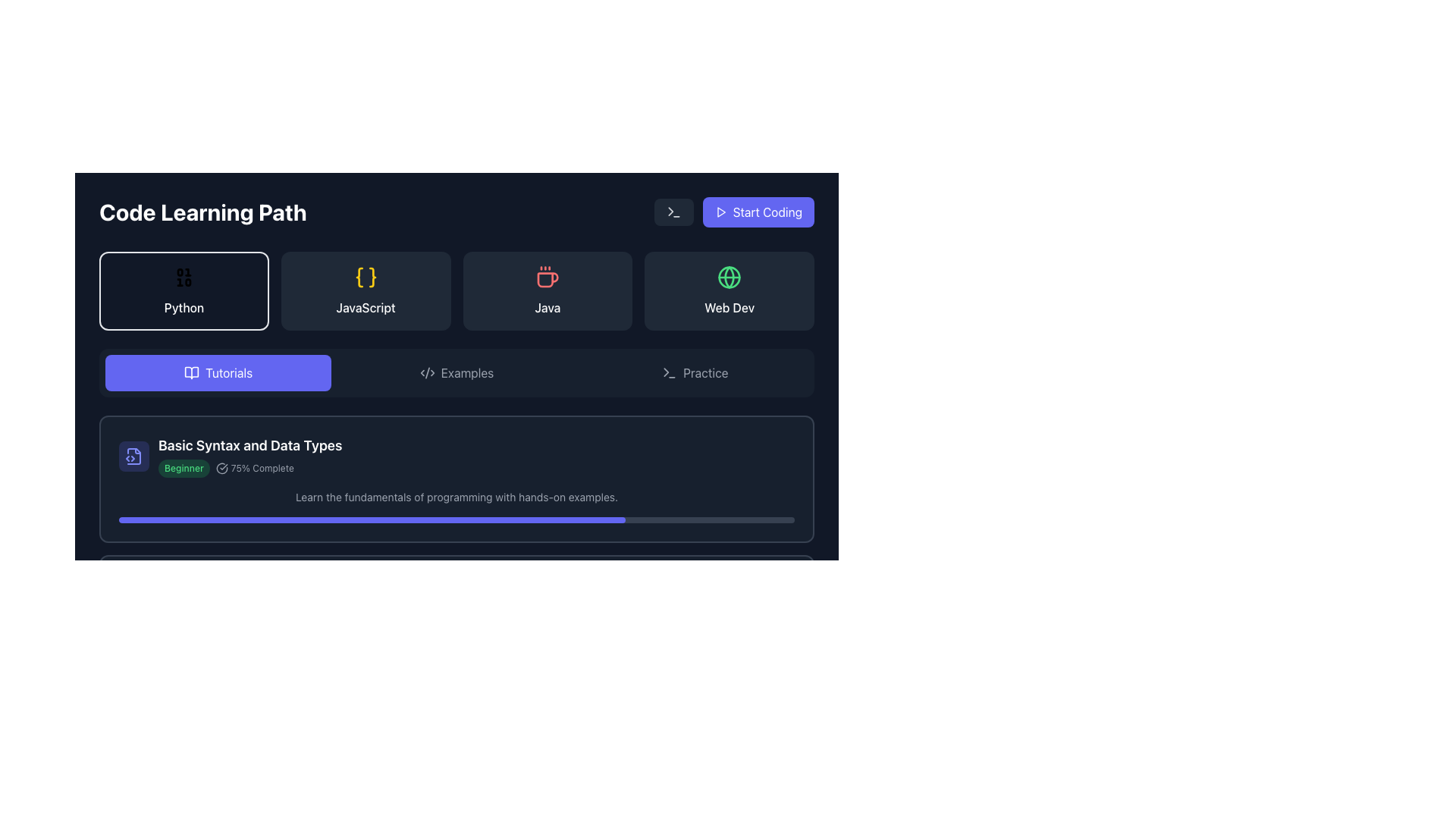 The height and width of the screenshot is (819, 1456). I want to click on the decorative icon representing the 'Tutorials' section, which is located to the left of the 'Tutorials' button text in the navigation area, so click(191, 373).